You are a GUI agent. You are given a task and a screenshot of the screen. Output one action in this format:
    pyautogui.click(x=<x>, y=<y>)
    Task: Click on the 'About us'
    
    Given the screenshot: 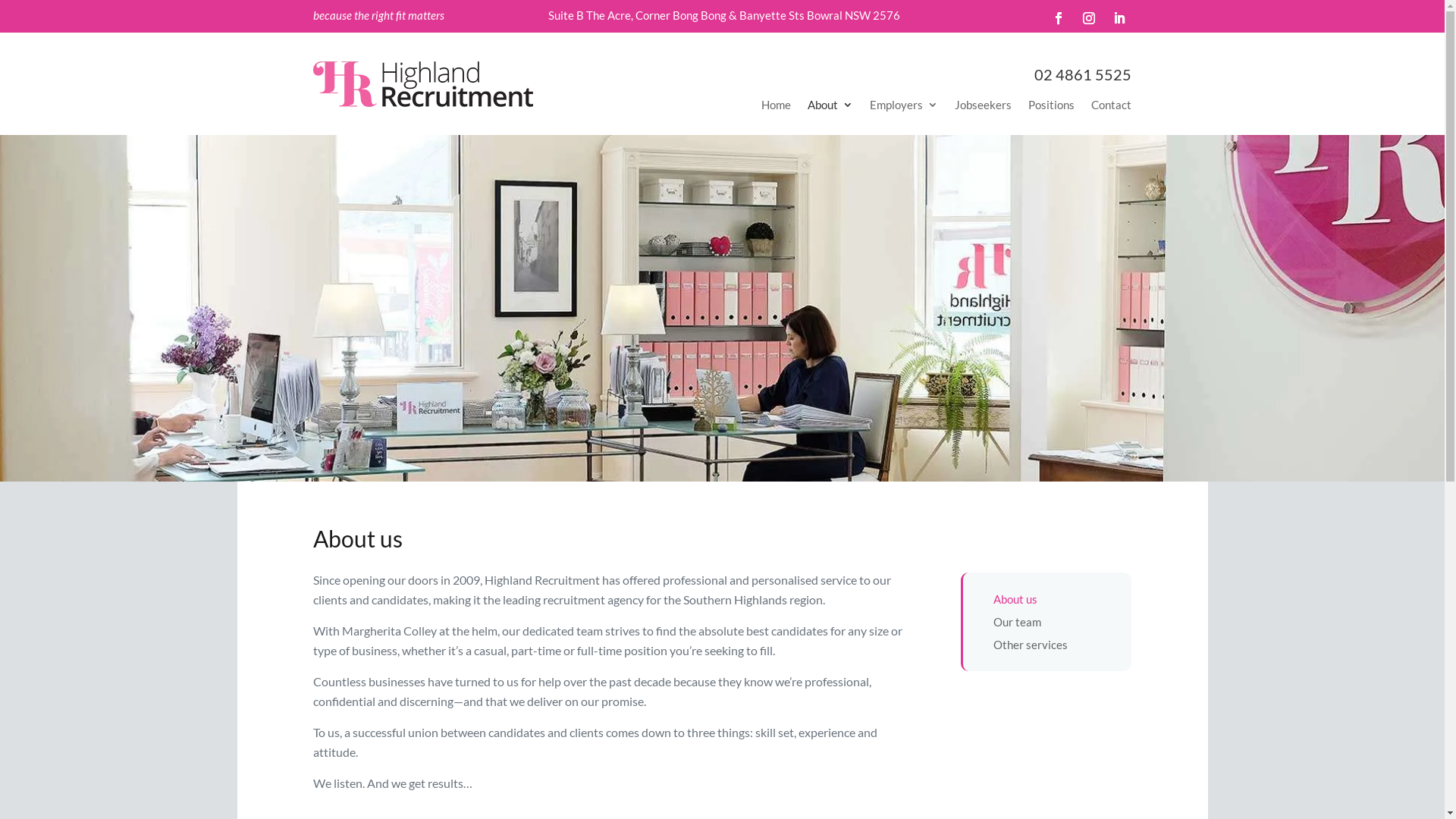 What is the action you would take?
    pyautogui.click(x=1015, y=601)
    